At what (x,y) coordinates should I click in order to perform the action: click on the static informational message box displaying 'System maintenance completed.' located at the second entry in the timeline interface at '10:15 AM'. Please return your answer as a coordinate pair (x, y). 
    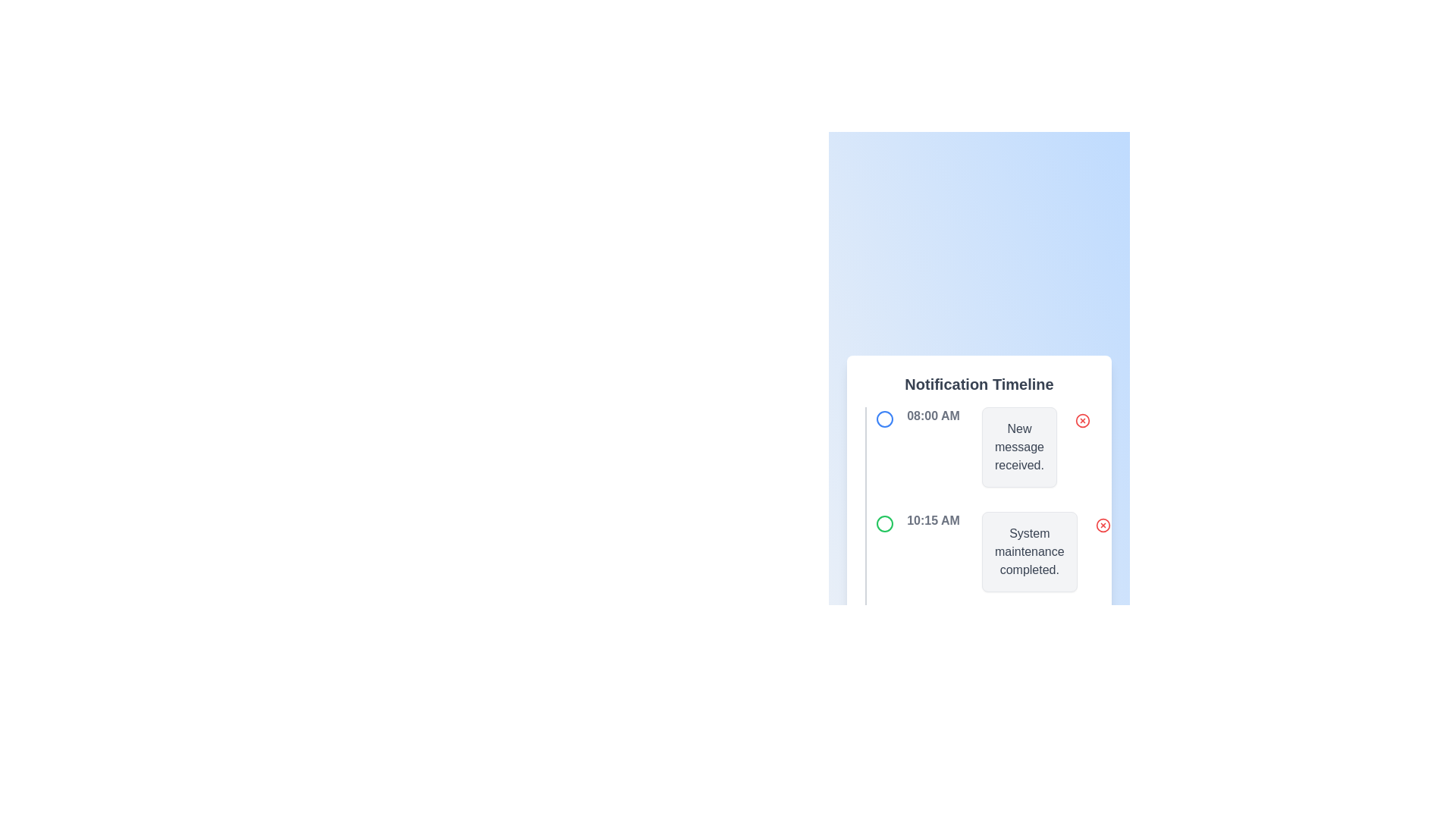
    Looking at the image, I should click on (1029, 552).